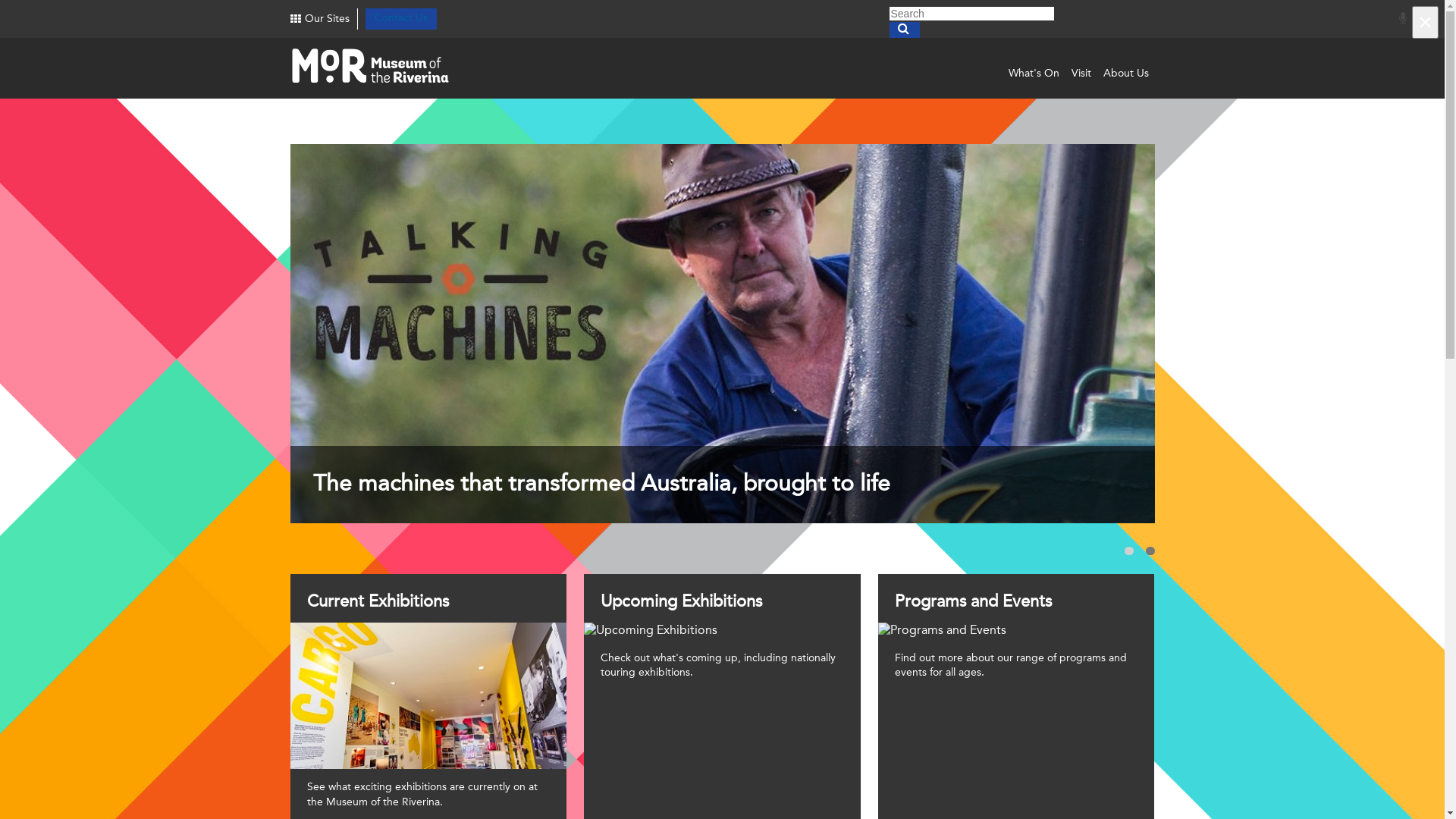 The image size is (1456, 819). I want to click on 'Contact Us', so click(400, 18).